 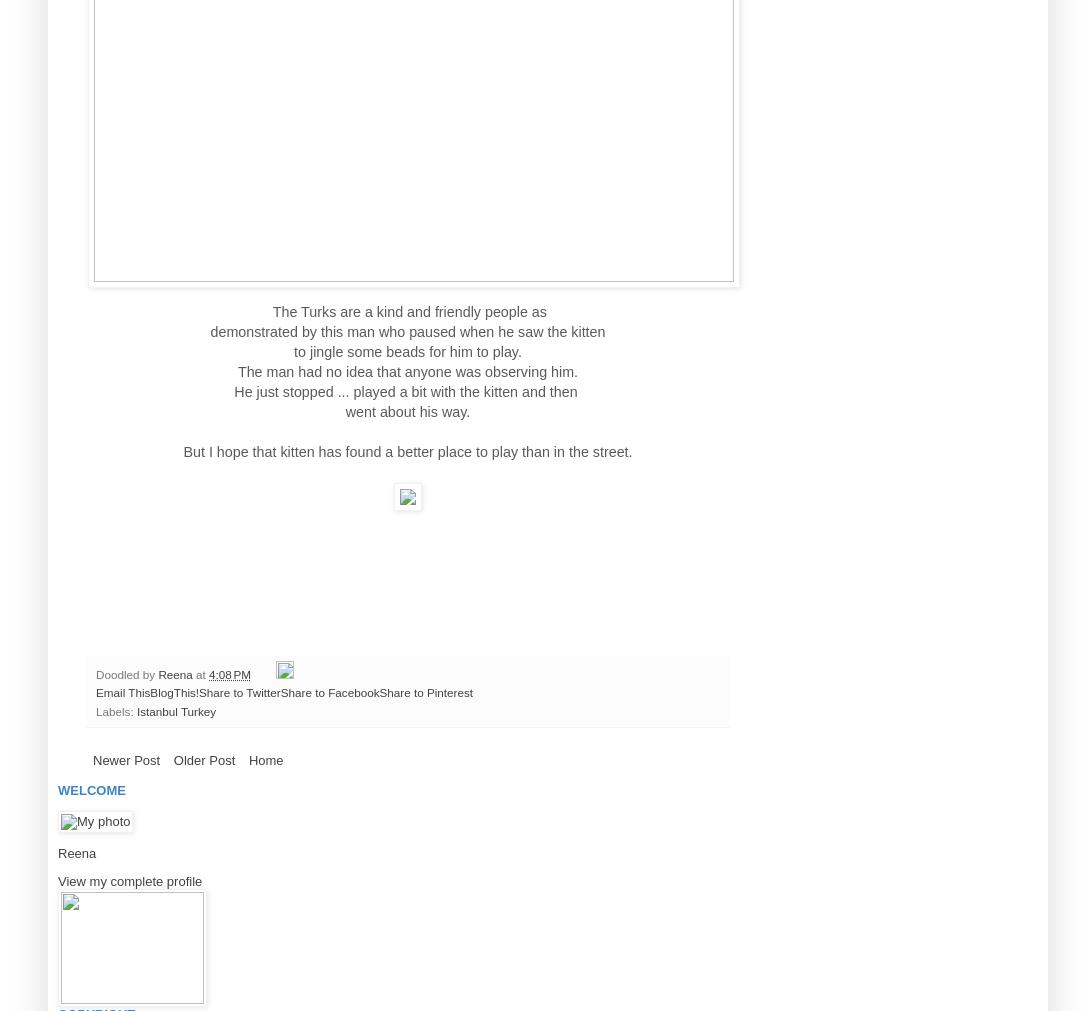 I want to click on 'Older Post', so click(x=203, y=758).